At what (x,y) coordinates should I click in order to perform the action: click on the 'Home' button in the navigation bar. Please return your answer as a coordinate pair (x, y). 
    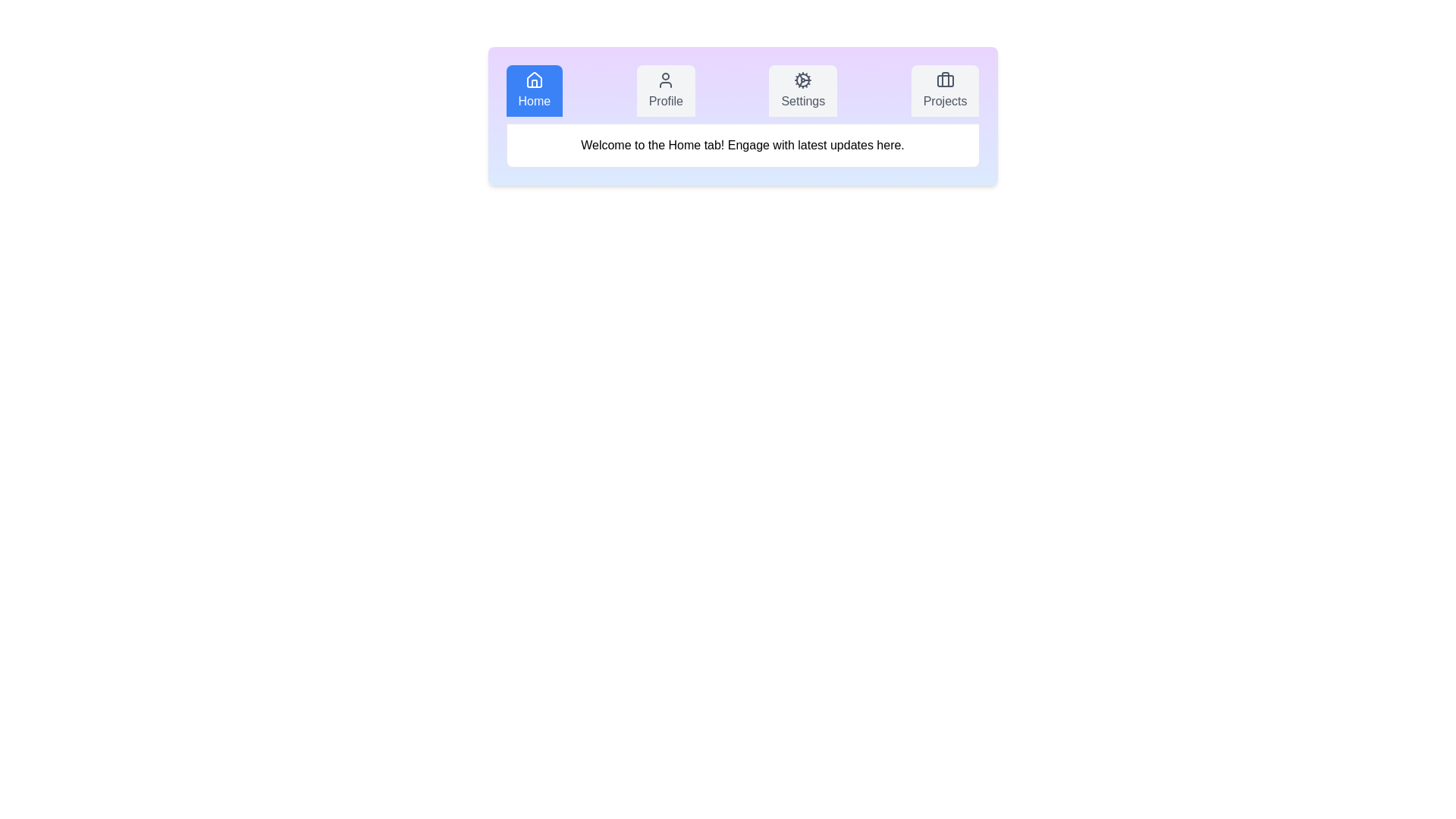
    Looking at the image, I should click on (534, 90).